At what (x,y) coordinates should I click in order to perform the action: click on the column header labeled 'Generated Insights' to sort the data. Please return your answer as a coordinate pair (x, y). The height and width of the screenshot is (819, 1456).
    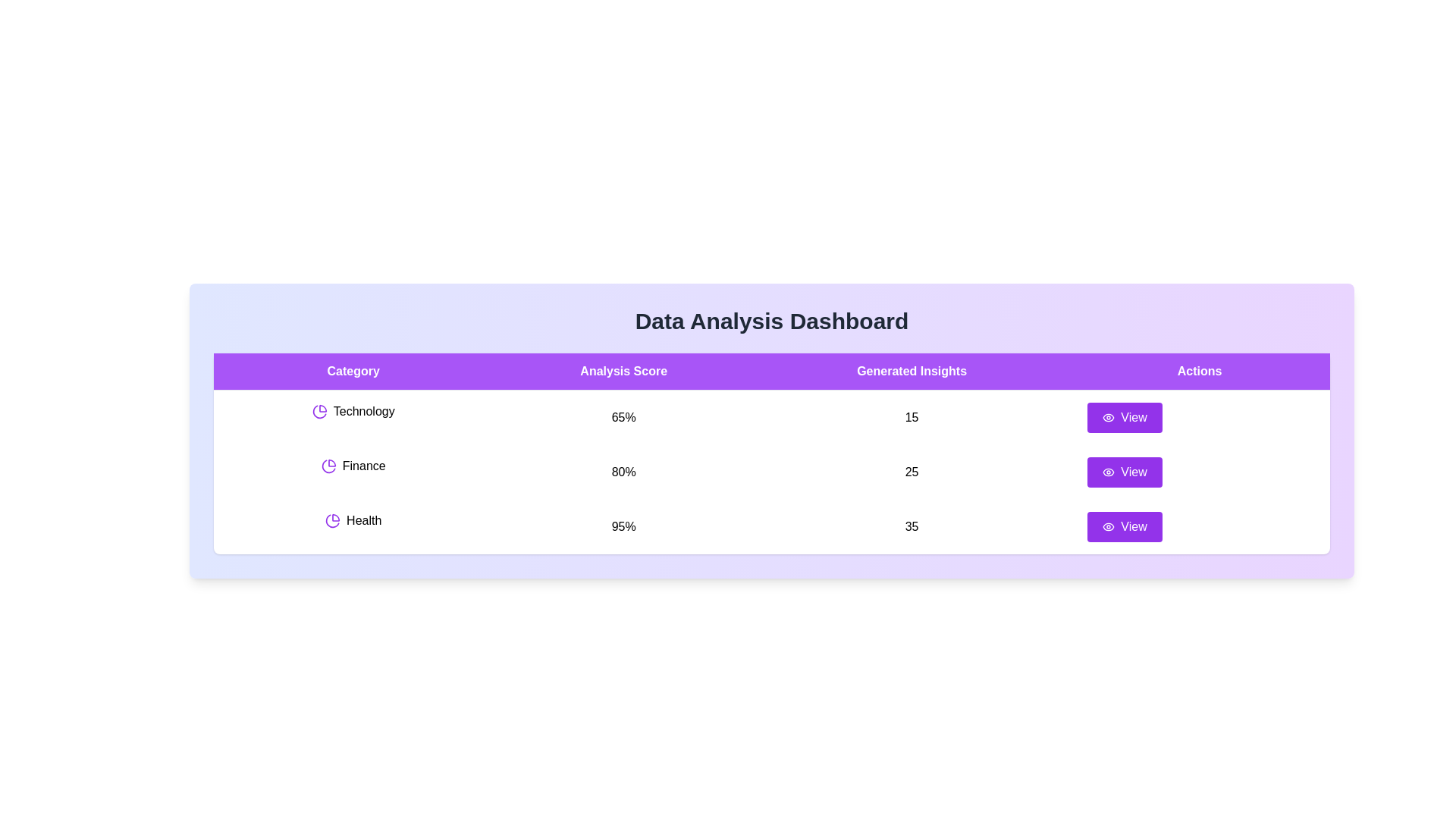
    Looking at the image, I should click on (912, 371).